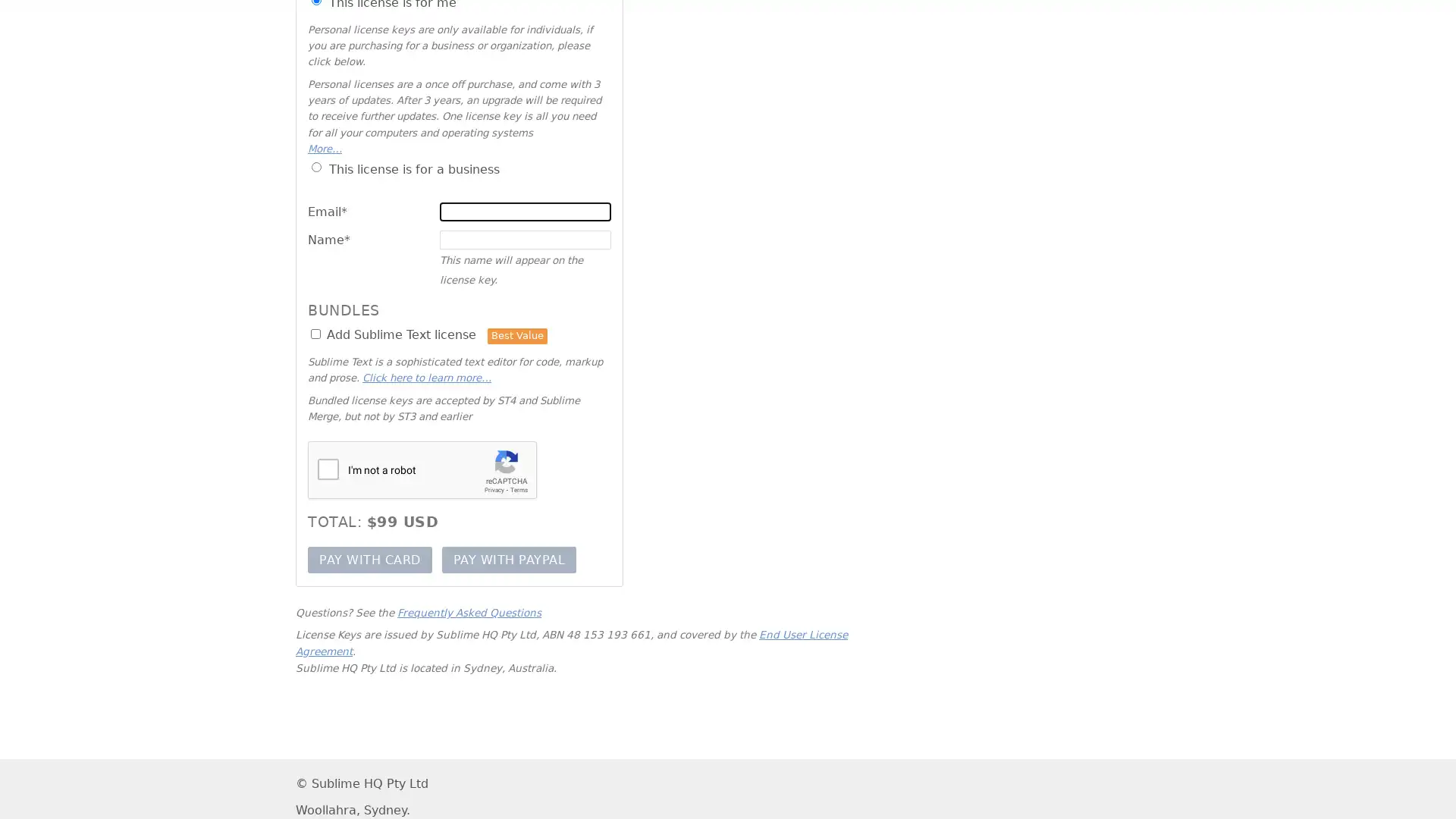  I want to click on PAY WITH CARD, so click(369, 559).